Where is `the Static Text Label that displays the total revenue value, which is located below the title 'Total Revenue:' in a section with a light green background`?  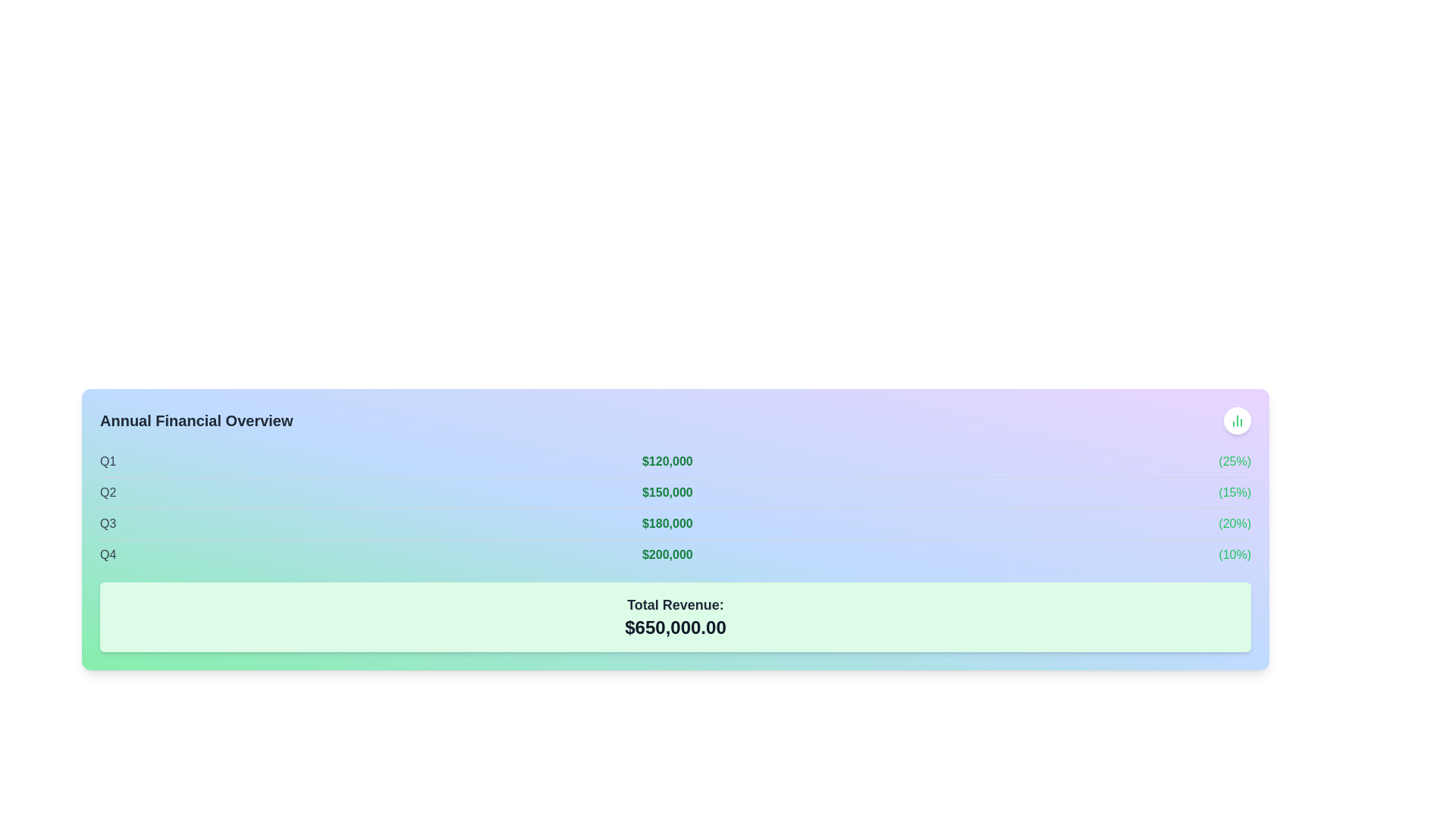 the Static Text Label that displays the total revenue value, which is located below the title 'Total Revenue:' in a section with a light green background is located at coordinates (675, 628).